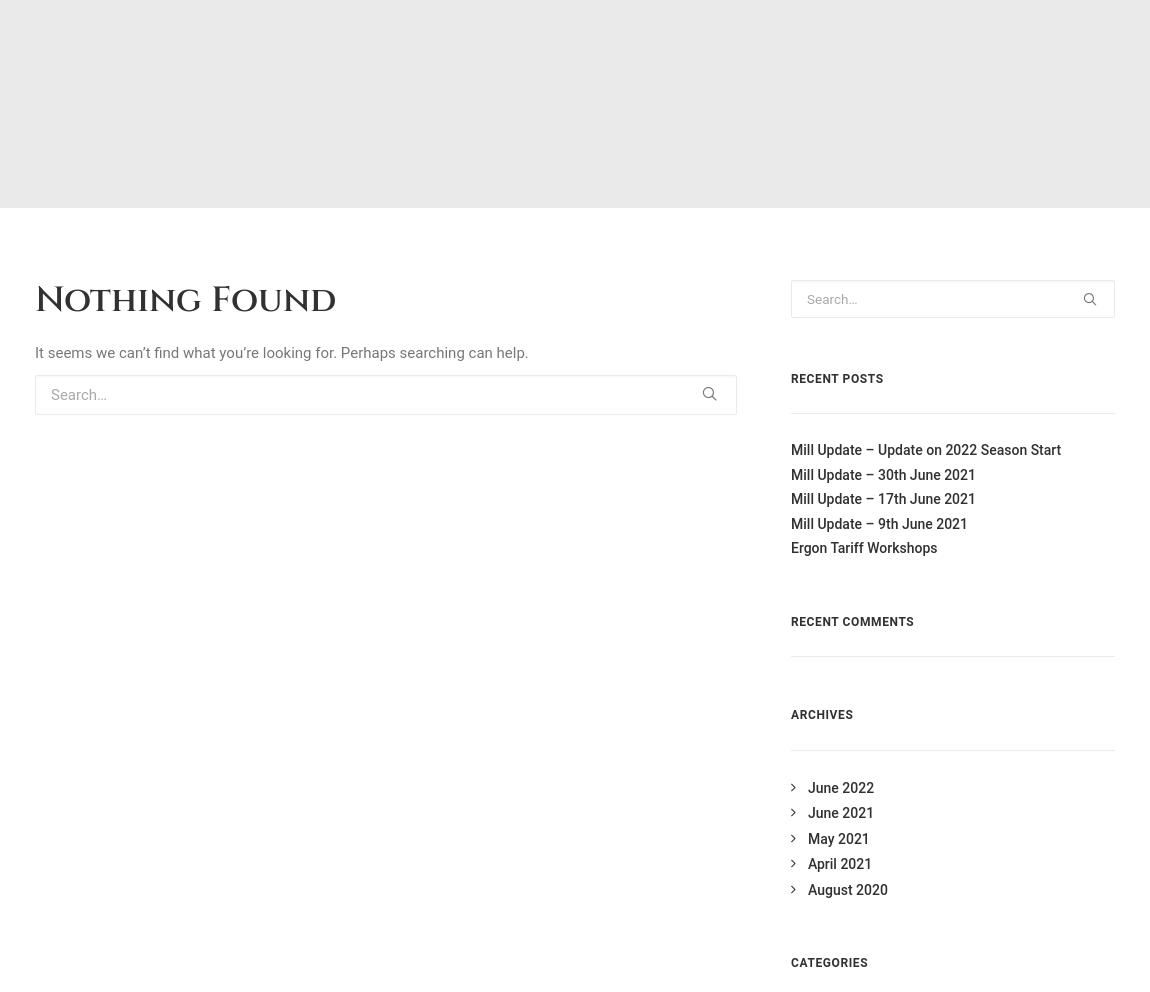 This screenshot has width=1150, height=992. Describe the element at coordinates (625, 729) in the screenshot. I see `'4807'` at that location.